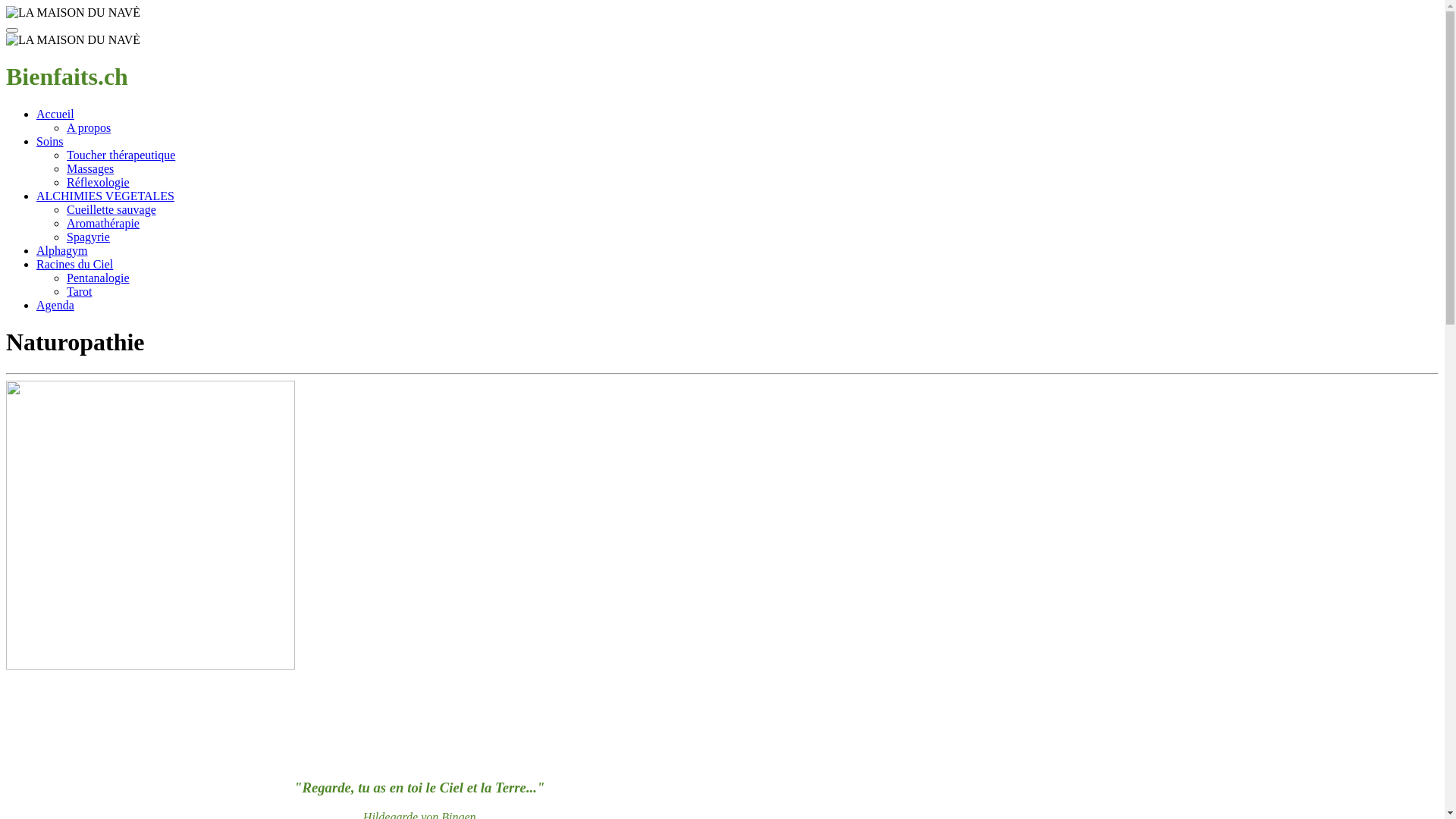 This screenshot has height=819, width=1456. Describe the element at coordinates (36, 249) in the screenshot. I see `'Alphagym'` at that location.